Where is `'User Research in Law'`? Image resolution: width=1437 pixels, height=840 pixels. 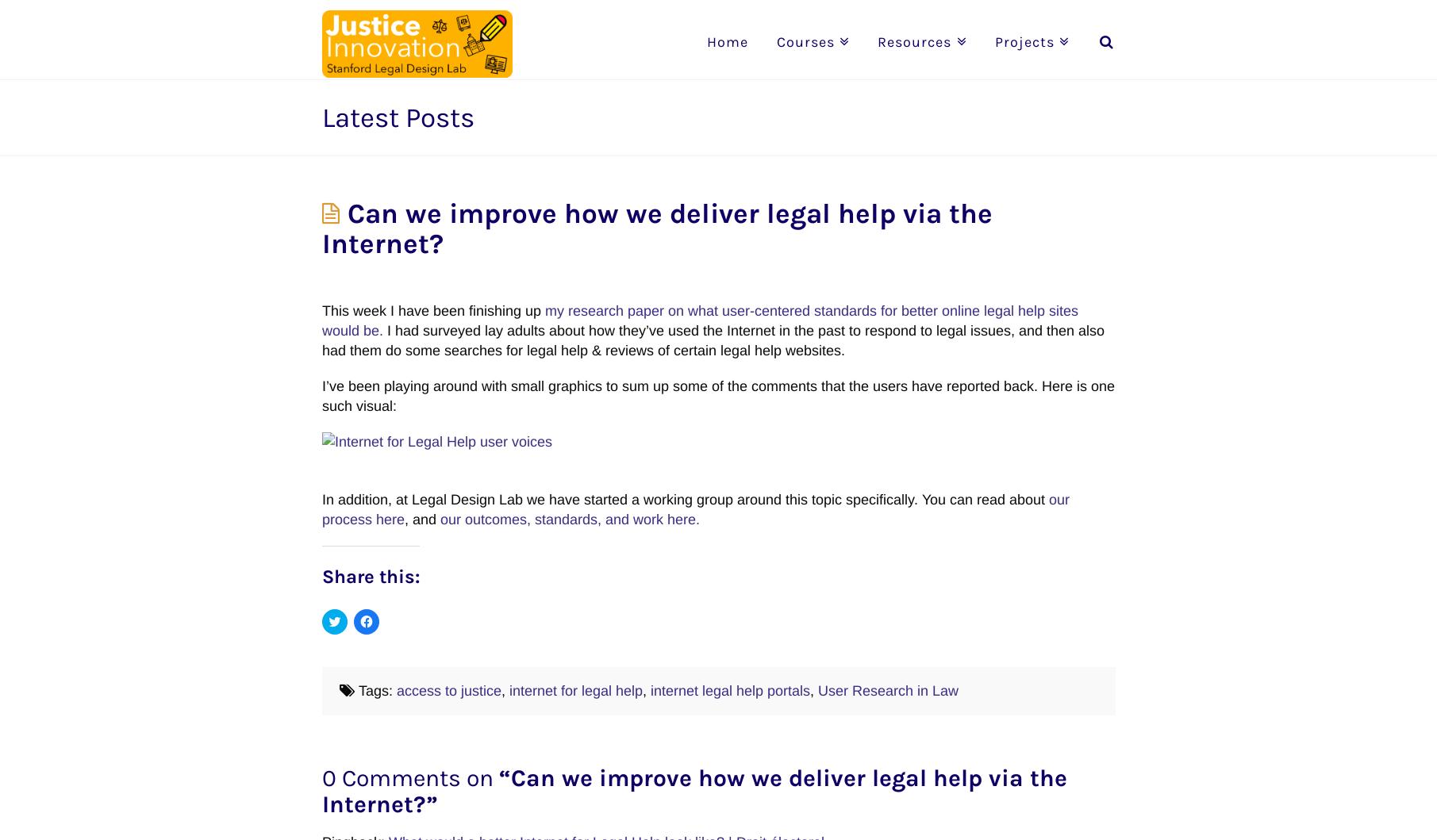
'User Research in Law' is located at coordinates (818, 689).